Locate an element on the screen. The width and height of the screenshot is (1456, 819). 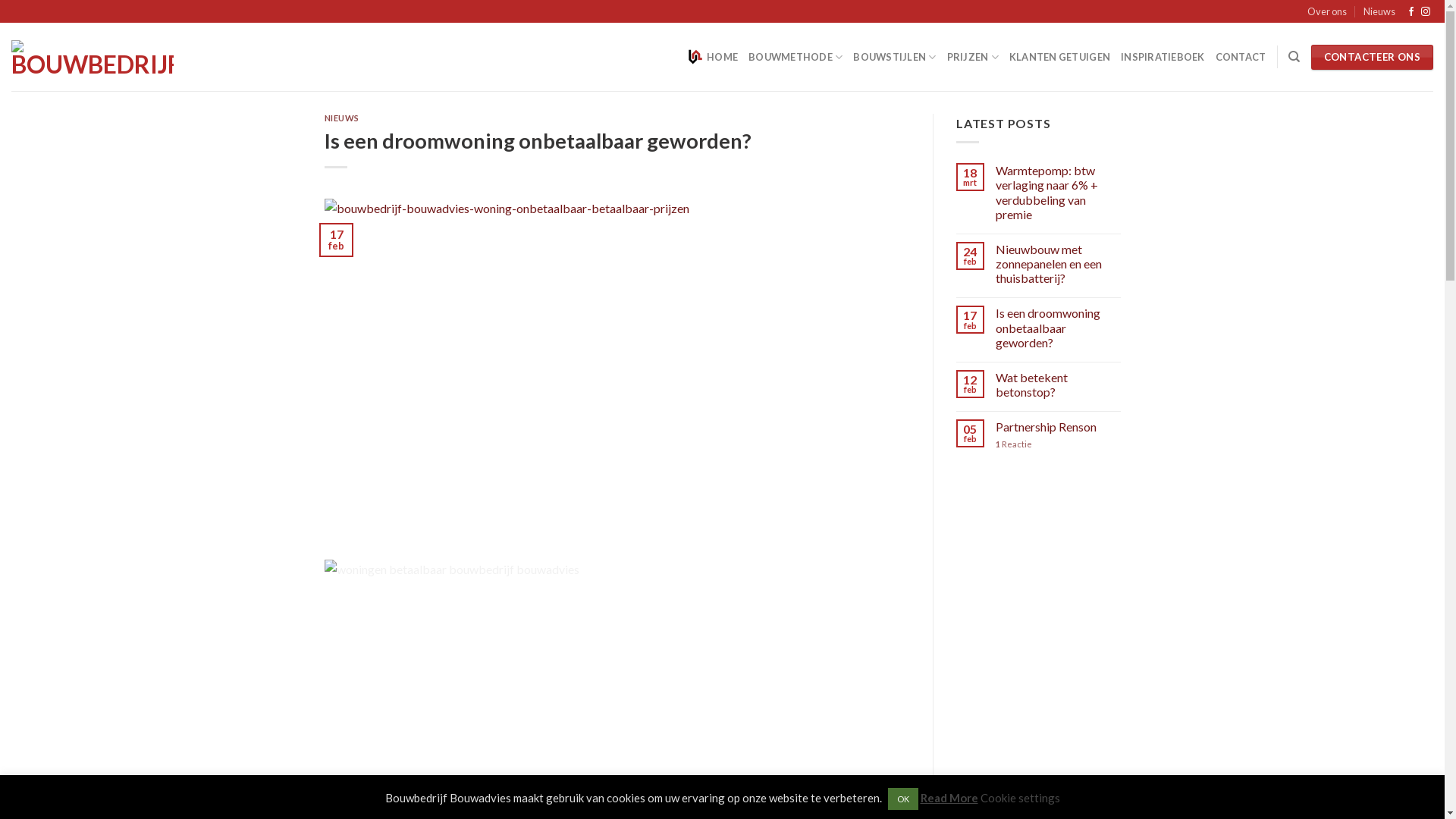
'BOUWMETHODE' is located at coordinates (748, 55).